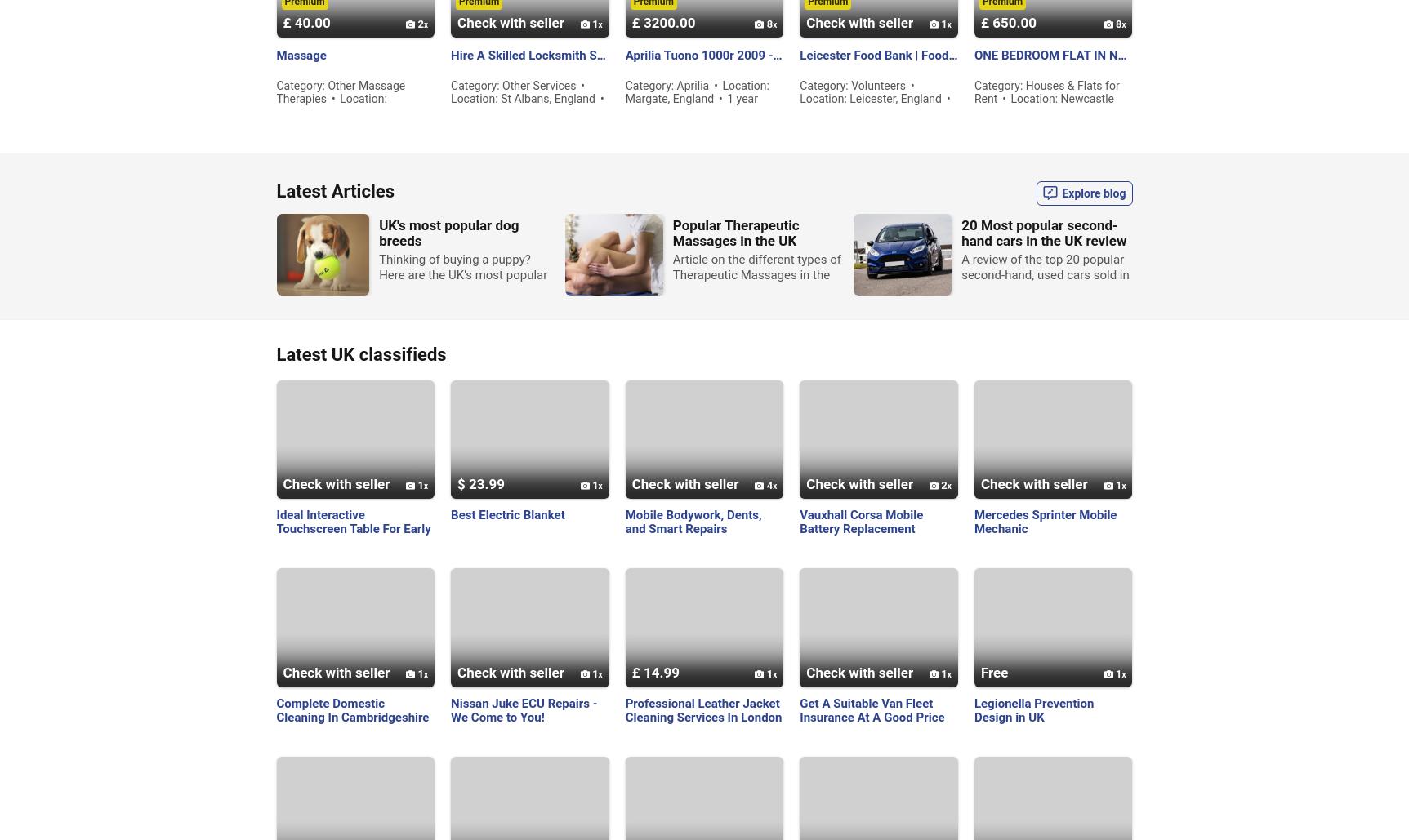  What do you see at coordinates (767, 483) in the screenshot?
I see `'4'` at bounding box center [767, 483].